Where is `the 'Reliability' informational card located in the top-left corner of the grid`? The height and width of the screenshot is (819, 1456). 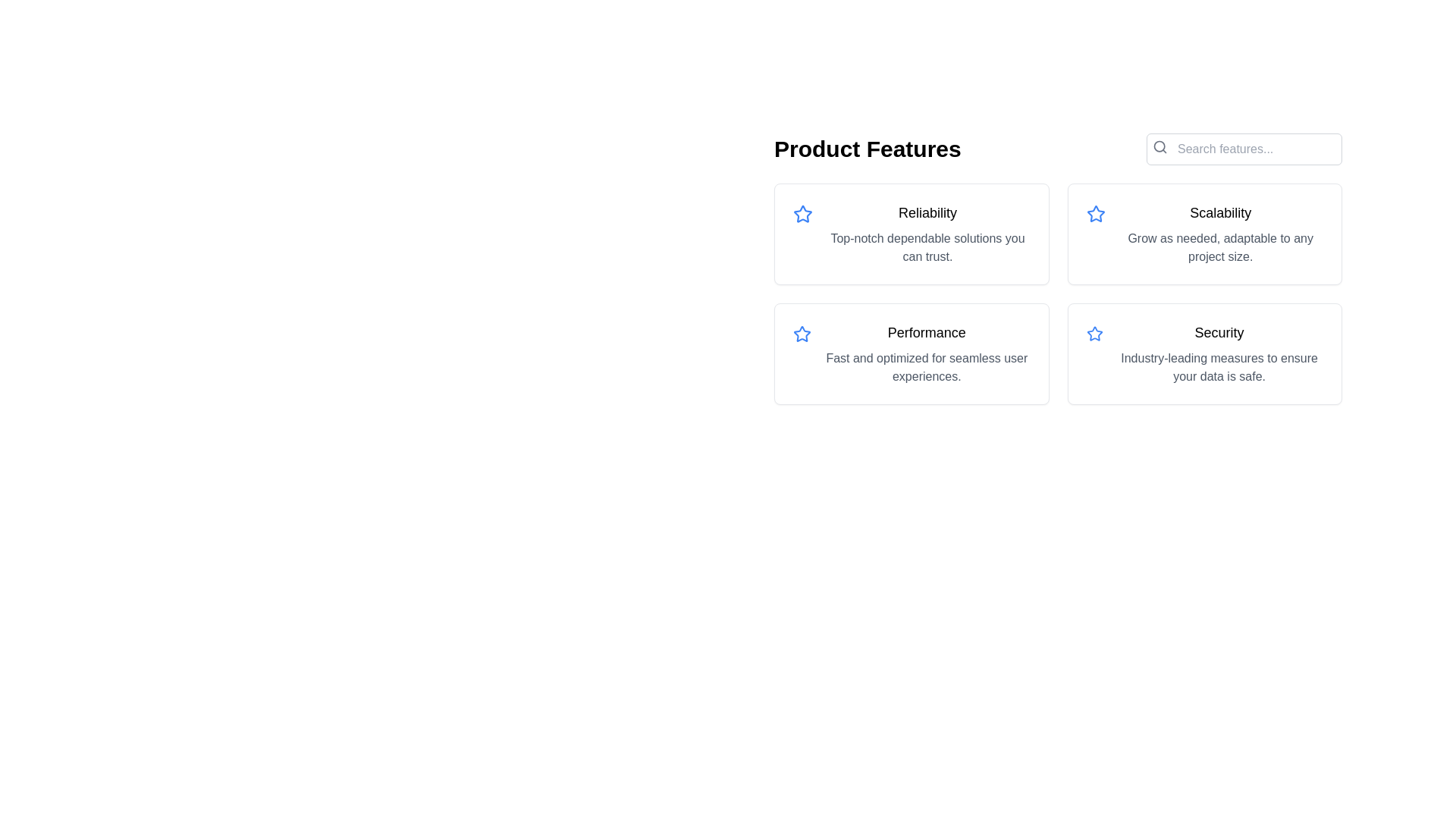 the 'Reliability' informational card located in the top-left corner of the grid is located at coordinates (911, 234).